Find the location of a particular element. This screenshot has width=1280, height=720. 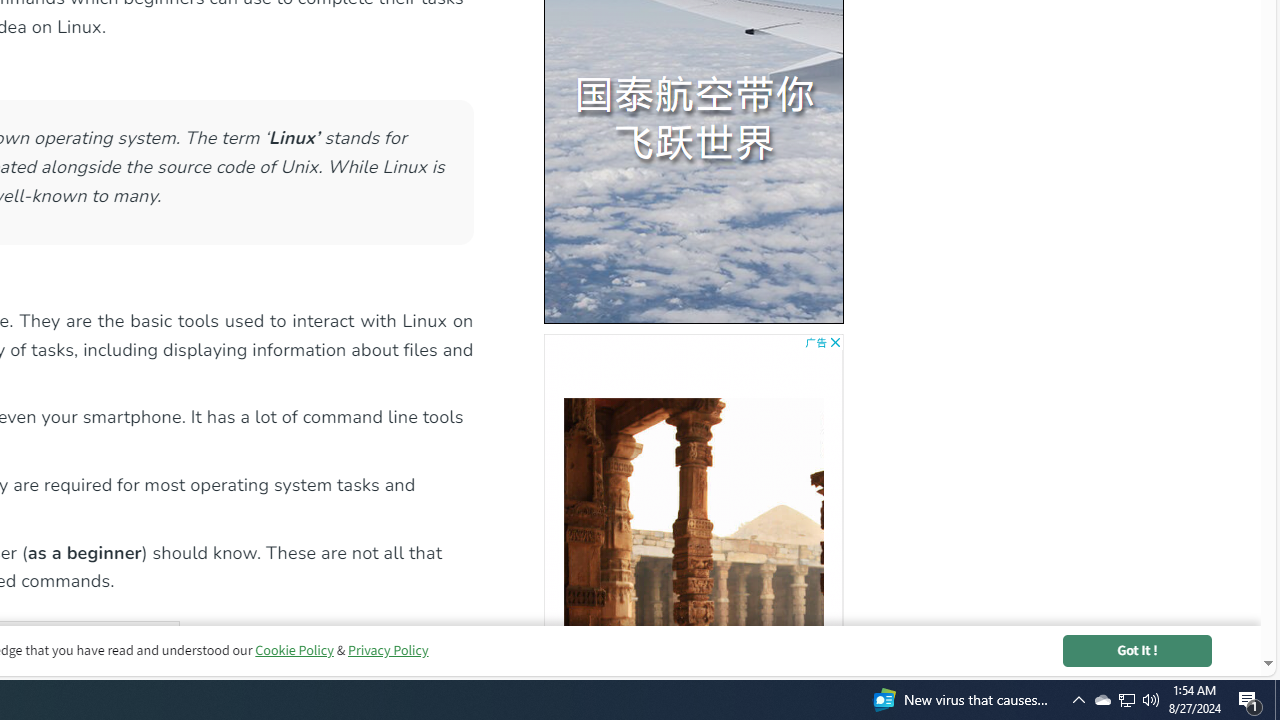

'AutomationID: cbb' is located at coordinates (835, 341).